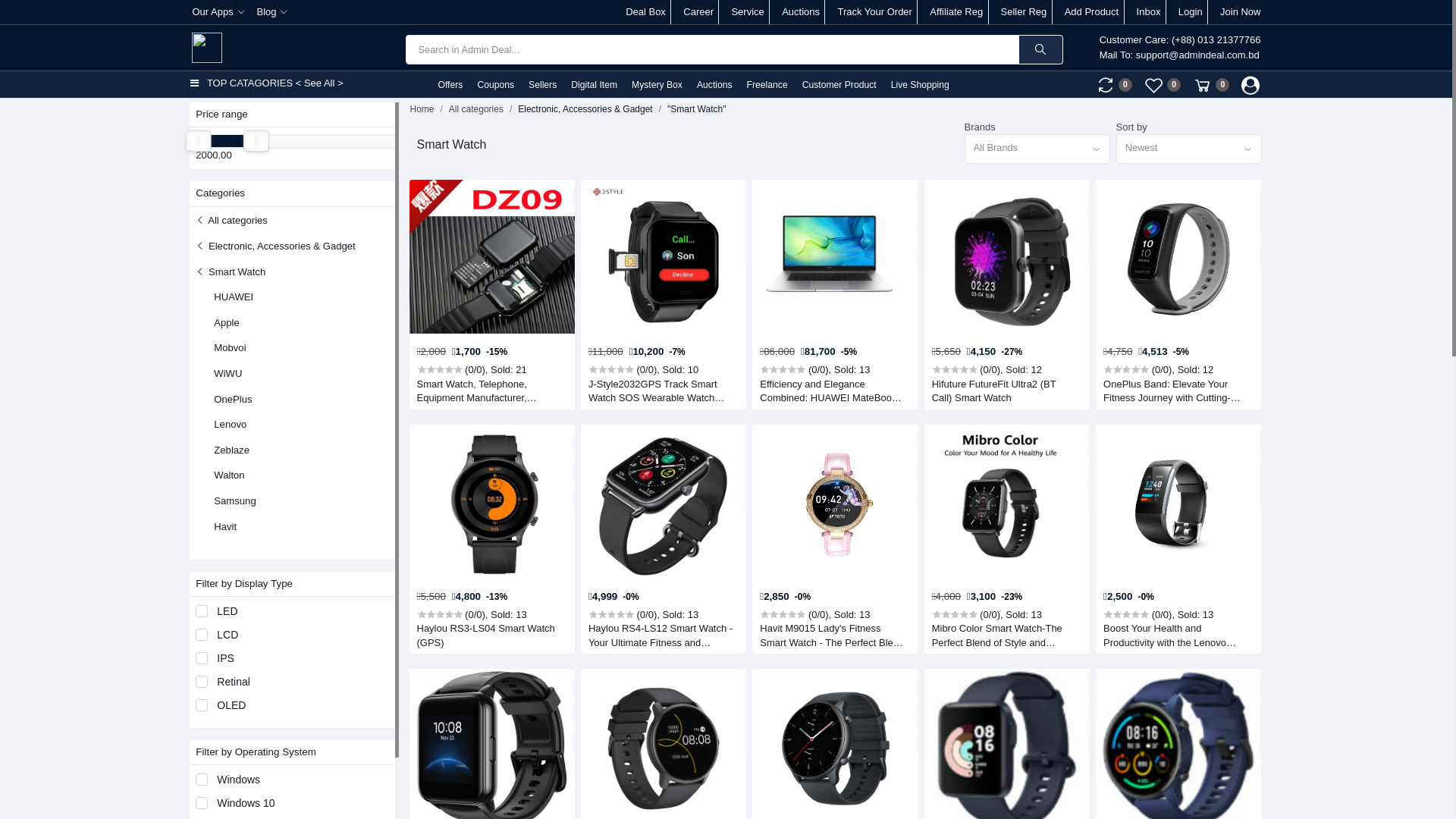  Describe the element at coordinates (592, 84) in the screenshot. I see `'Digital Item'` at that location.